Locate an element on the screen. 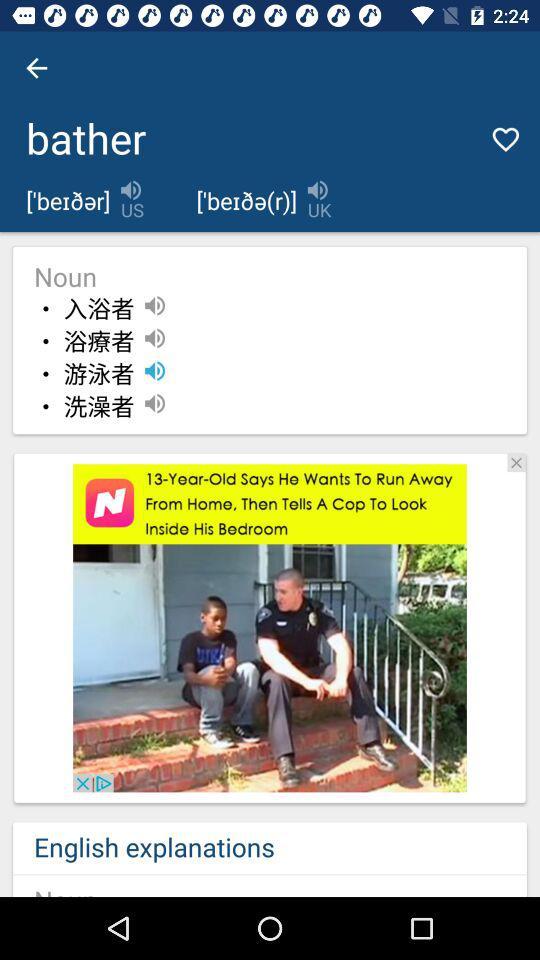  advert pop up is located at coordinates (270, 627).